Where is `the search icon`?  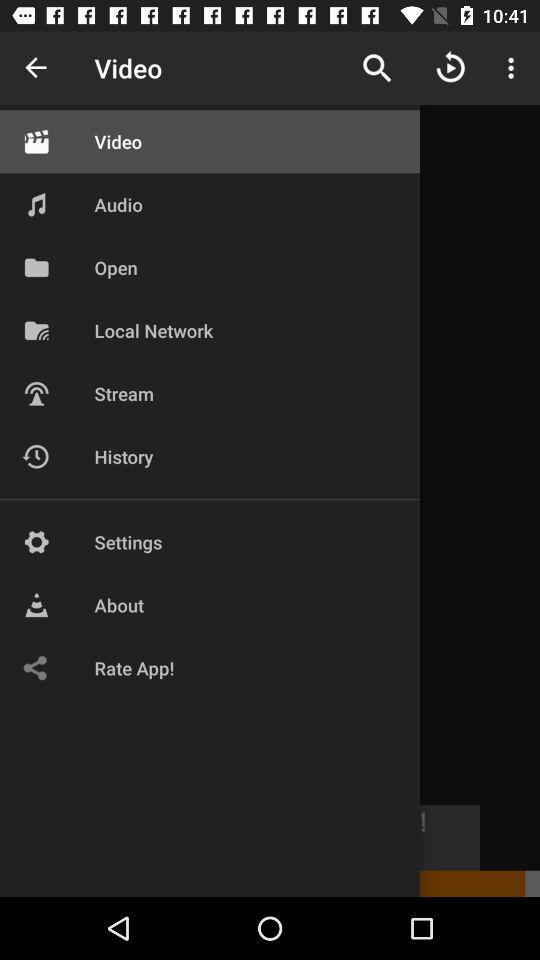 the search icon is located at coordinates (377, 68).